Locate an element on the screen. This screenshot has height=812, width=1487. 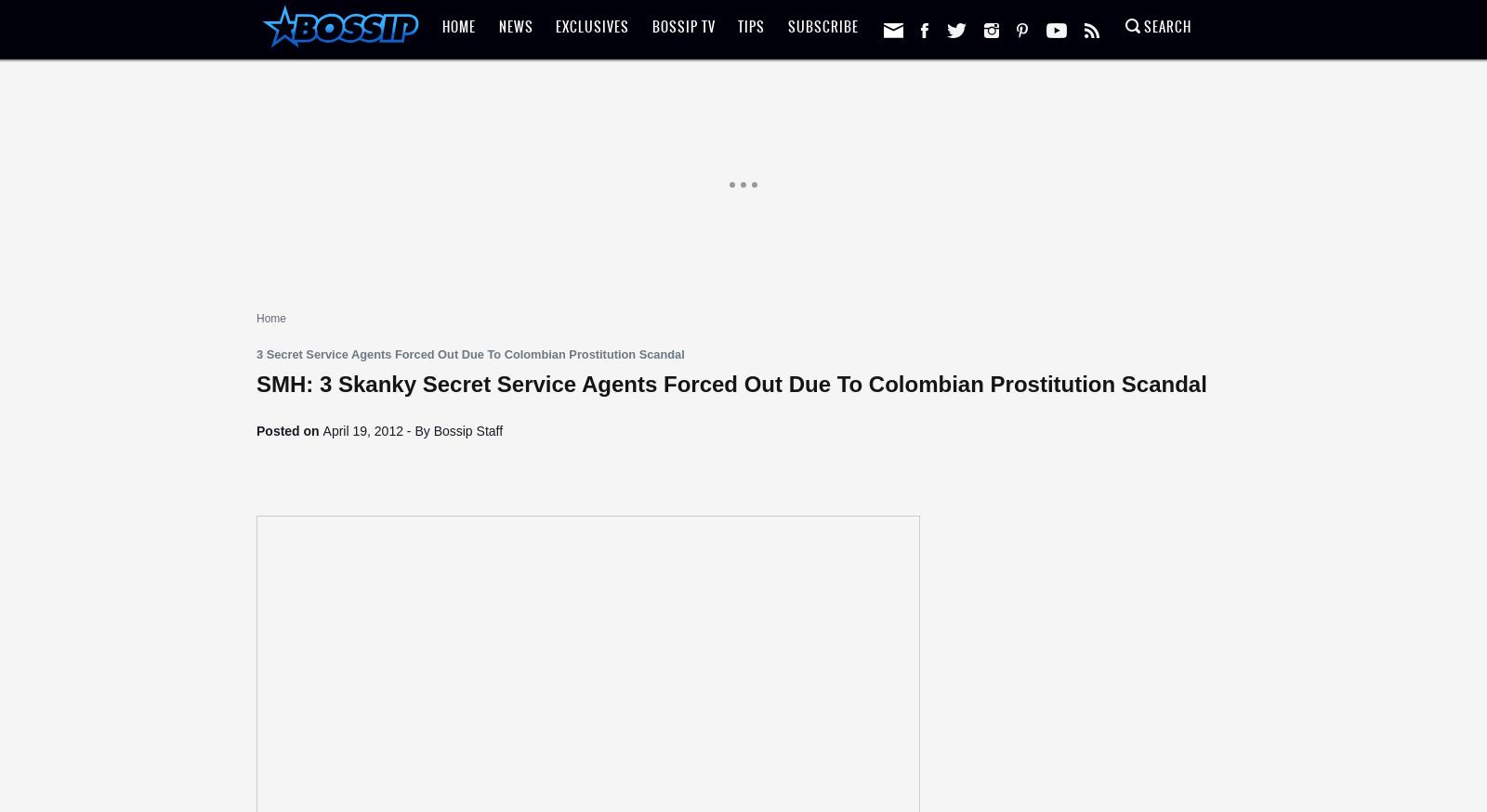
'SMH: 3 Skanky Secret Service Agents Forced Out Due To Colombian Prostitution Scandal' is located at coordinates (731, 384).